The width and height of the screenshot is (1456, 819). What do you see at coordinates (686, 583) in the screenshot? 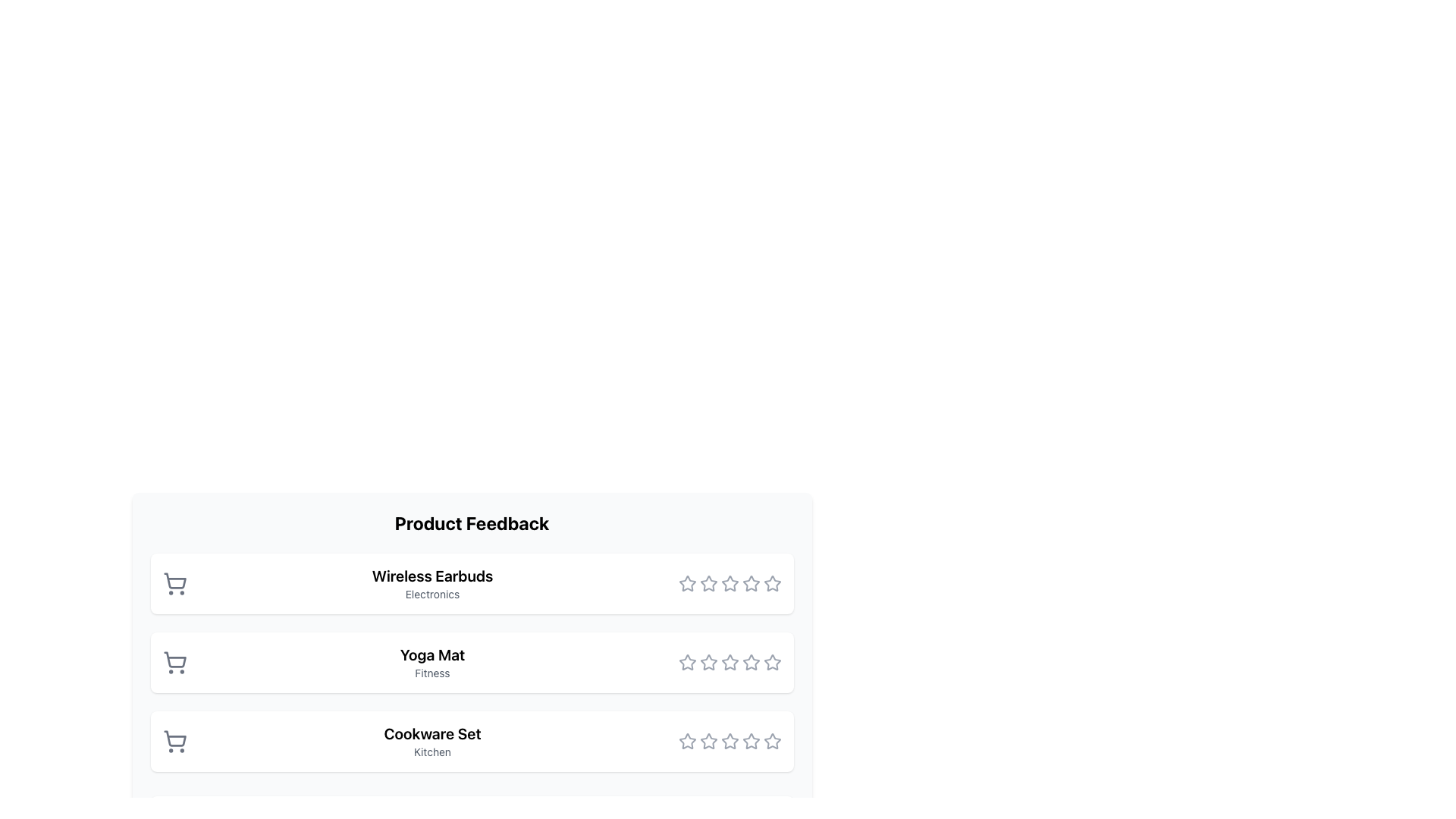
I see `the first star icon in the rating system for the 'Wireless Earbuds' product` at bounding box center [686, 583].